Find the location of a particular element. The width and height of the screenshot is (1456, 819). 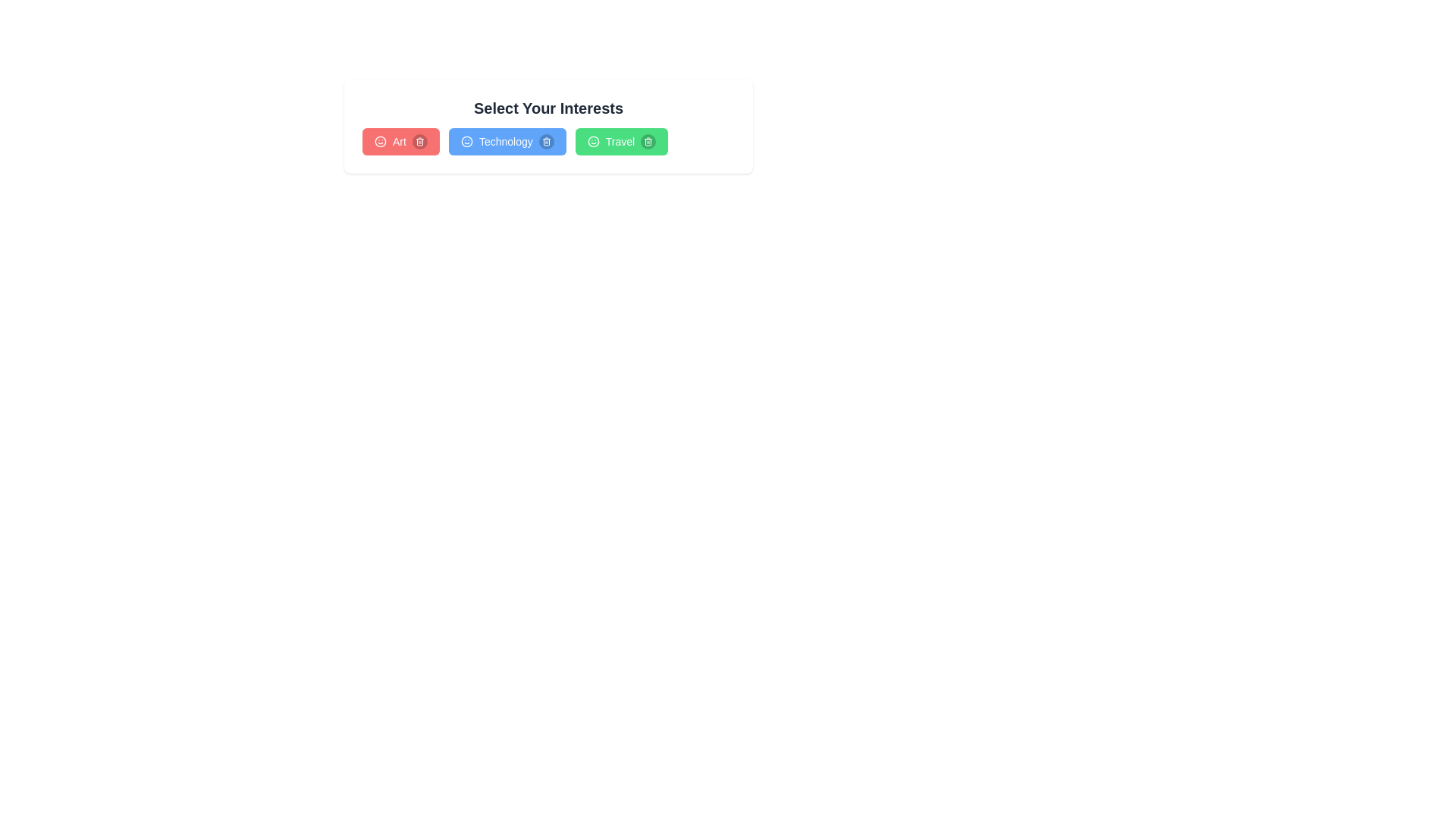

the trash icon next to the interest labeled Technology is located at coordinates (546, 141).